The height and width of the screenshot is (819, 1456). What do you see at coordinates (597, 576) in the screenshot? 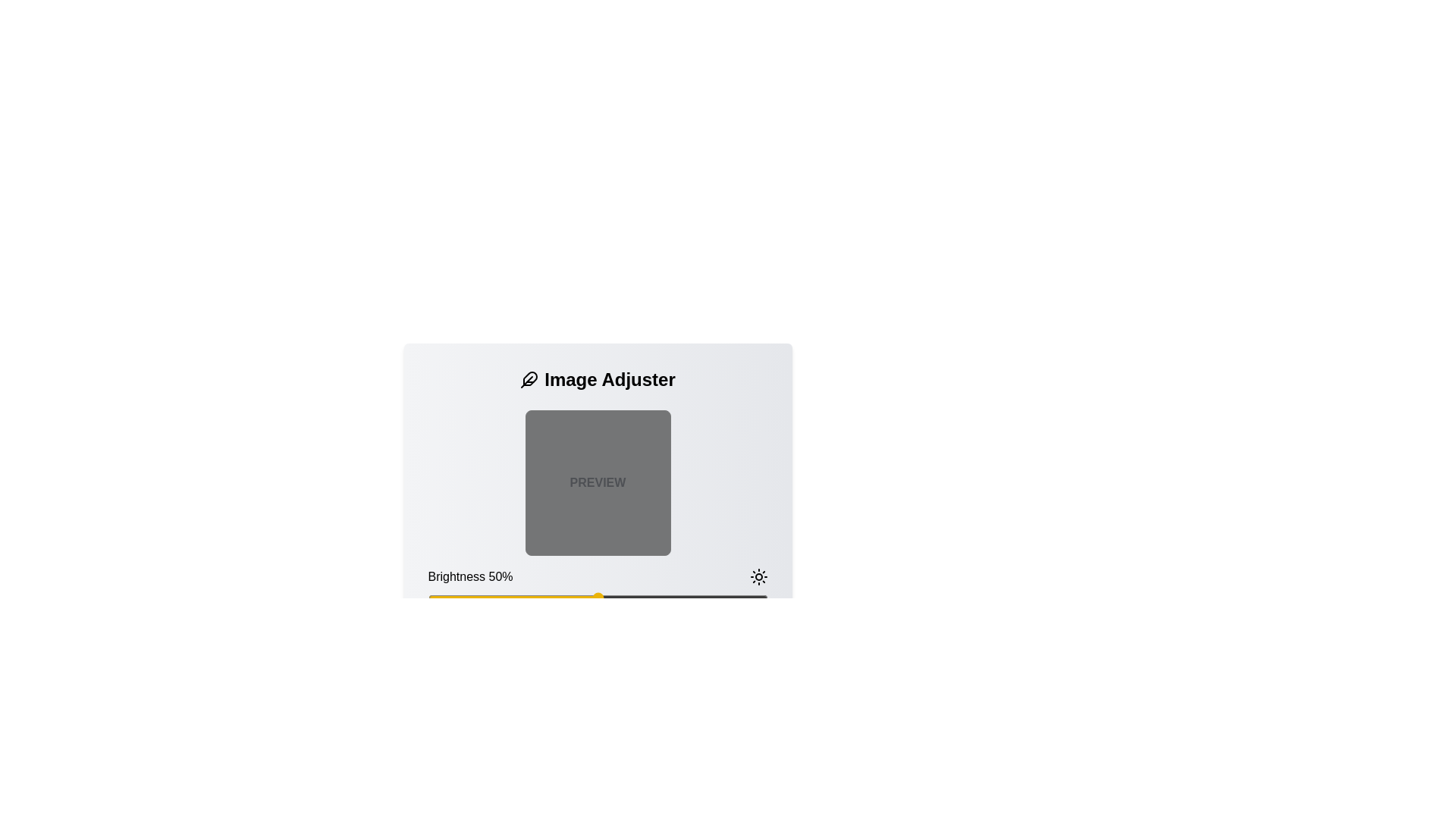
I see `the 'Brightness 50%' label with a sun icon located in the 'Image Adjuster' panel, which is positioned below the preview section and above the brightness slider` at bounding box center [597, 576].